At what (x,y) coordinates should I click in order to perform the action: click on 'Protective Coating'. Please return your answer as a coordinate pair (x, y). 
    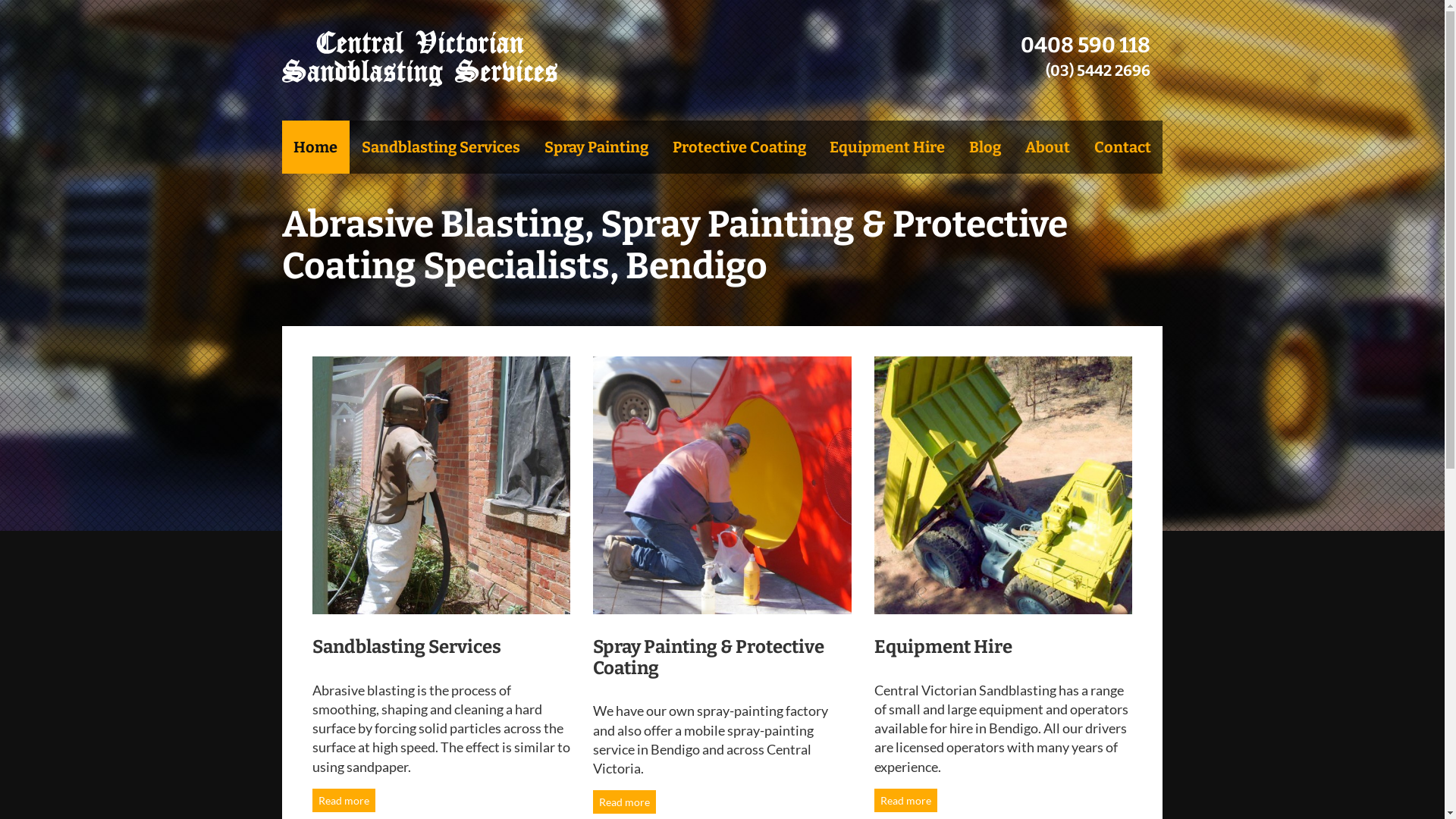
    Looking at the image, I should click on (660, 146).